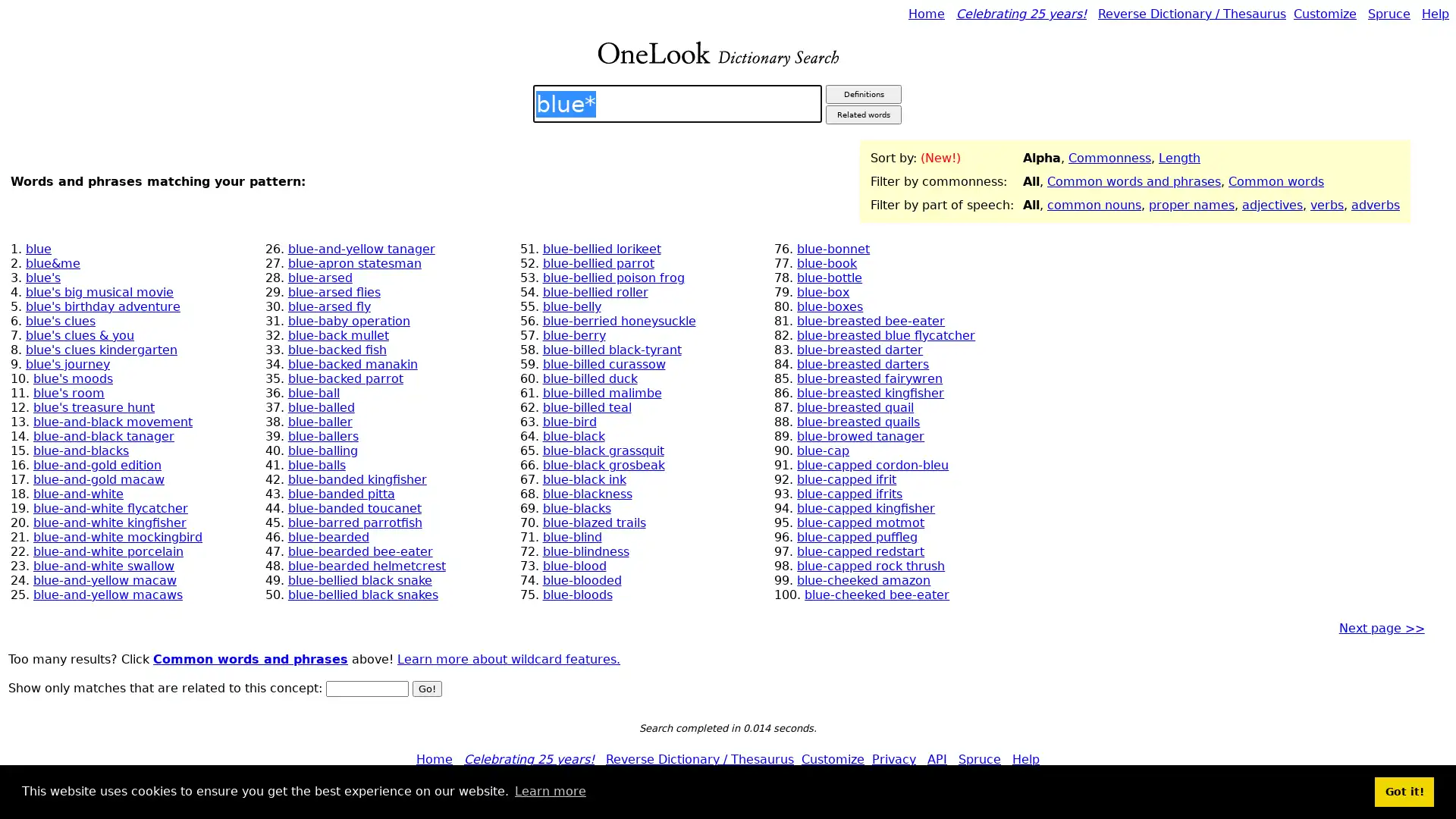 The height and width of the screenshot is (819, 1456). I want to click on Related words, so click(863, 114).